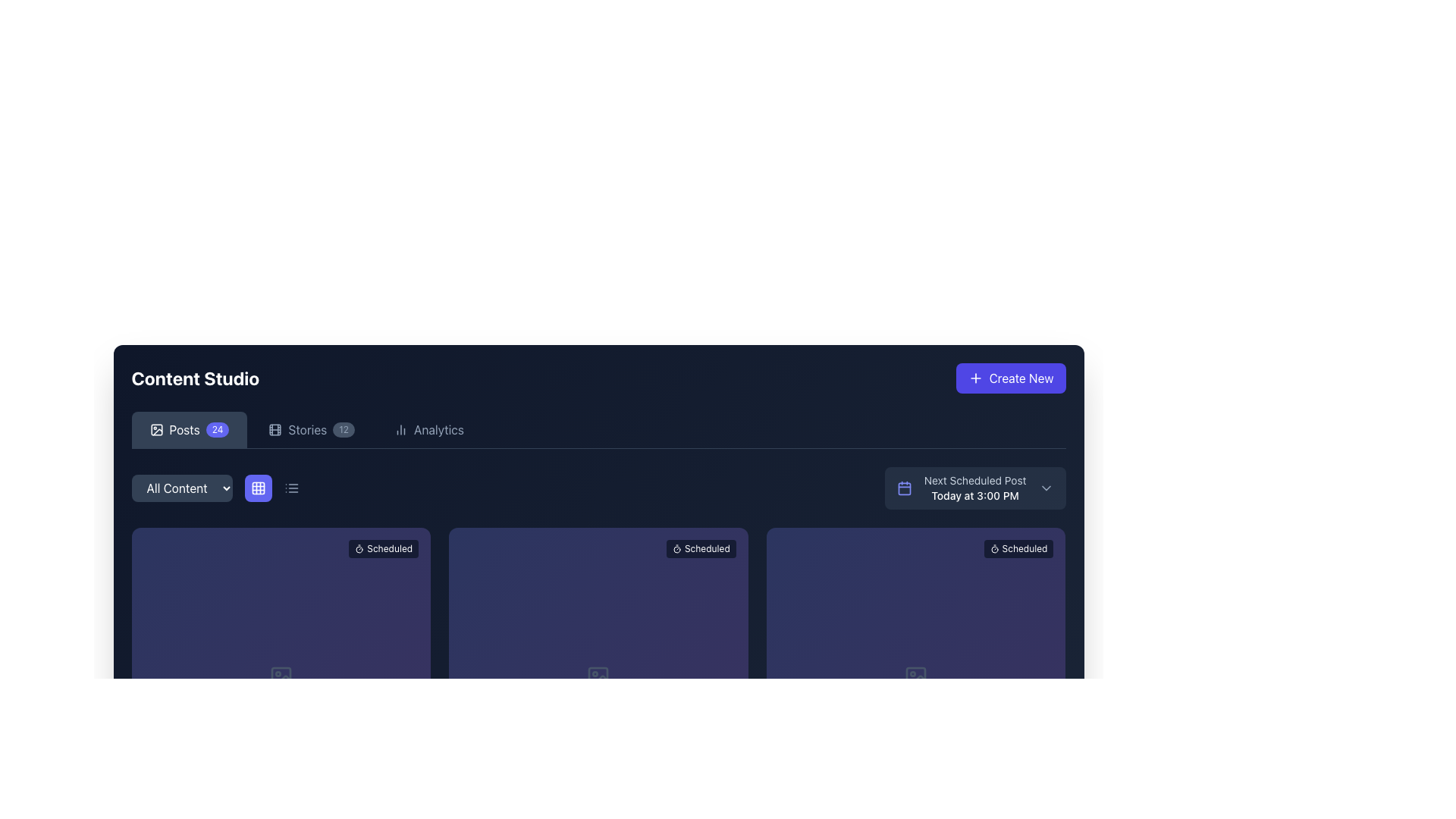  Describe the element at coordinates (306, 430) in the screenshot. I see `the 'Stories' text label, which is positioned to the right of a film icon` at that location.